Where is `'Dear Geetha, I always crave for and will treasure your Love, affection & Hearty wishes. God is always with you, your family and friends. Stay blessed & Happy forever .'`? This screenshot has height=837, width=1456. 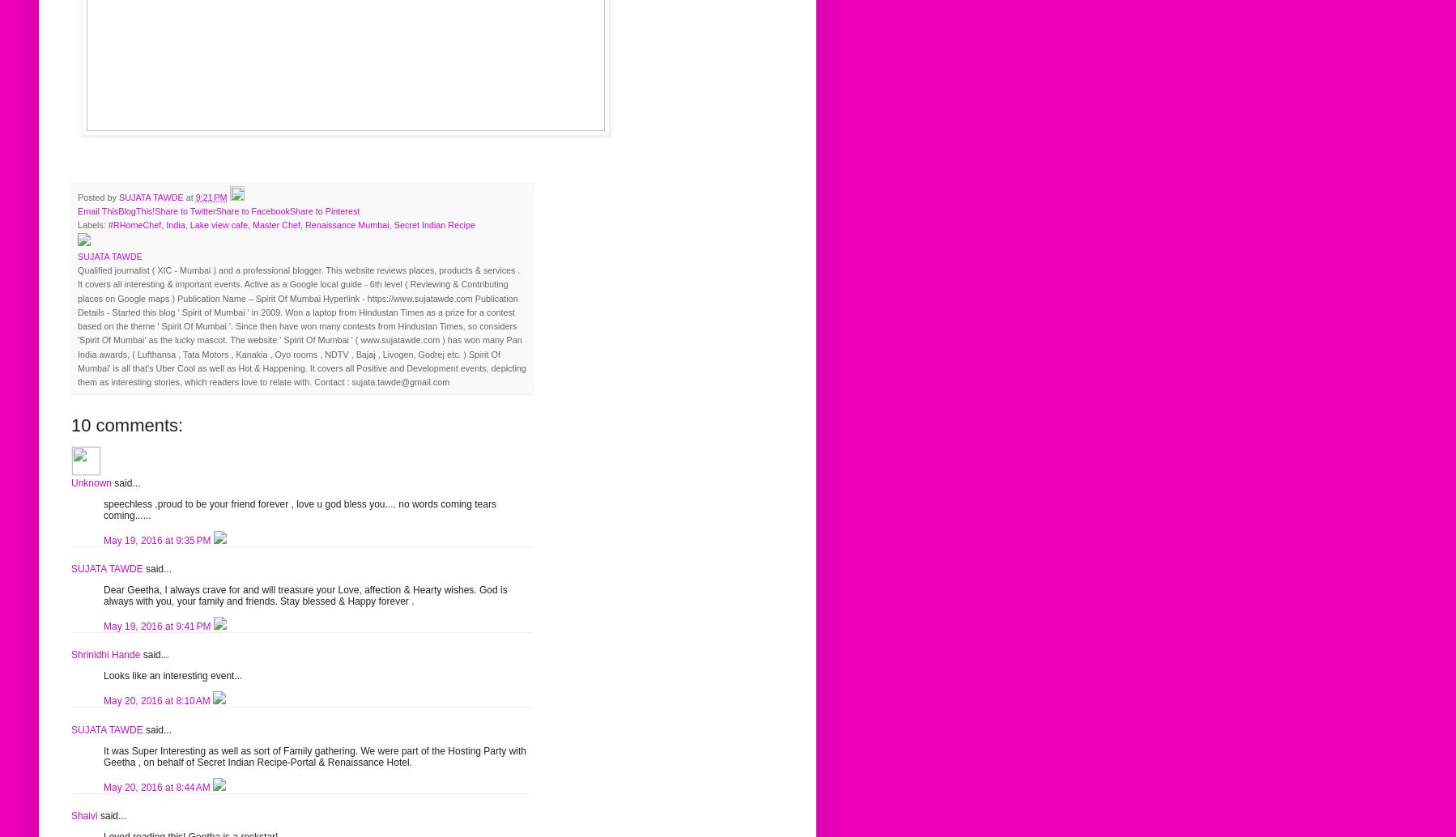 'Dear Geetha, I always crave for and will treasure your Love, affection & Hearty wishes. God is always with you, your family and friends. Stay blessed & Happy forever .' is located at coordinates (304, 594).